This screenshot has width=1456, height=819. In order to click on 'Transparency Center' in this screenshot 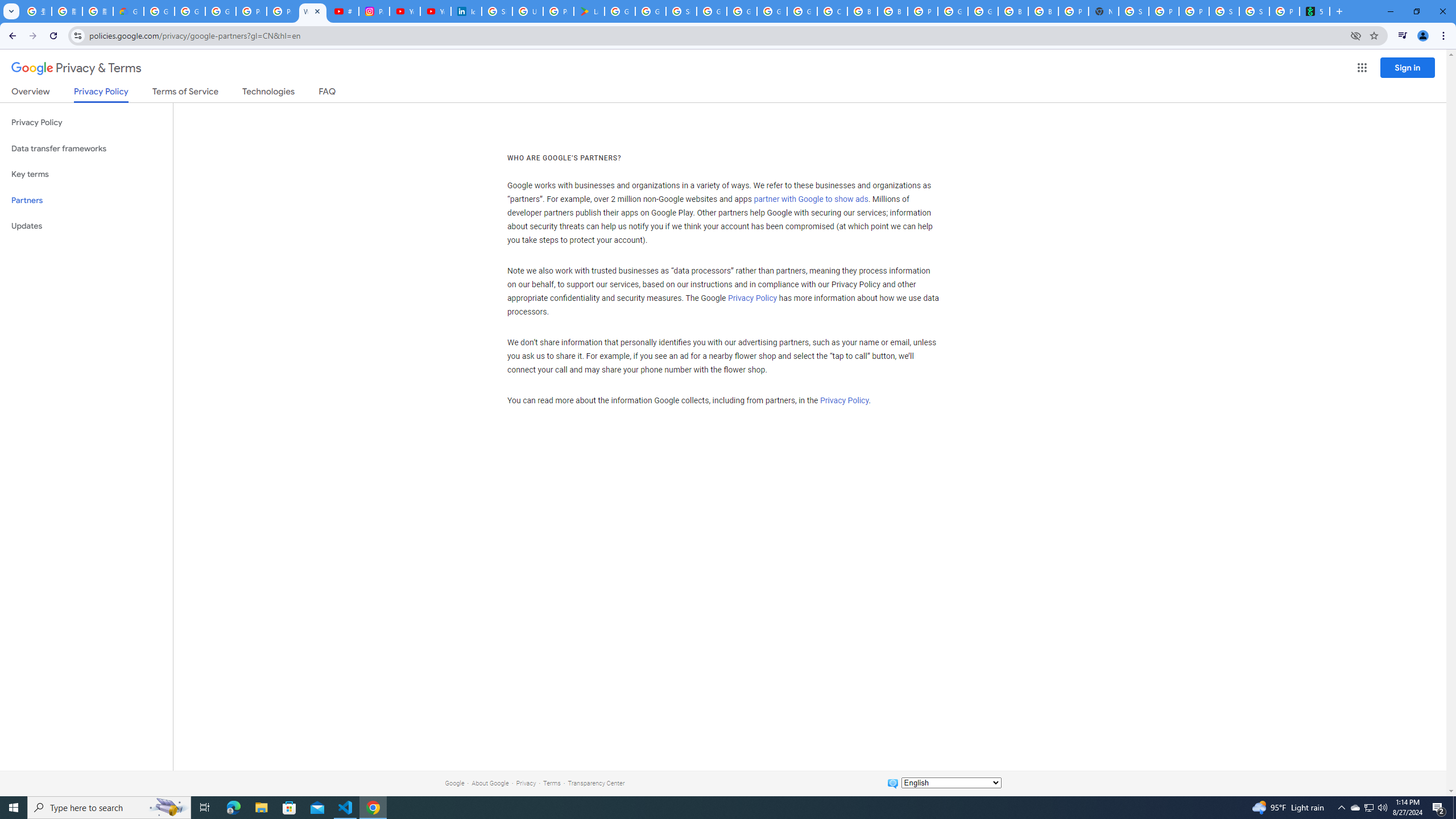, I will do `click(595, 783)`.